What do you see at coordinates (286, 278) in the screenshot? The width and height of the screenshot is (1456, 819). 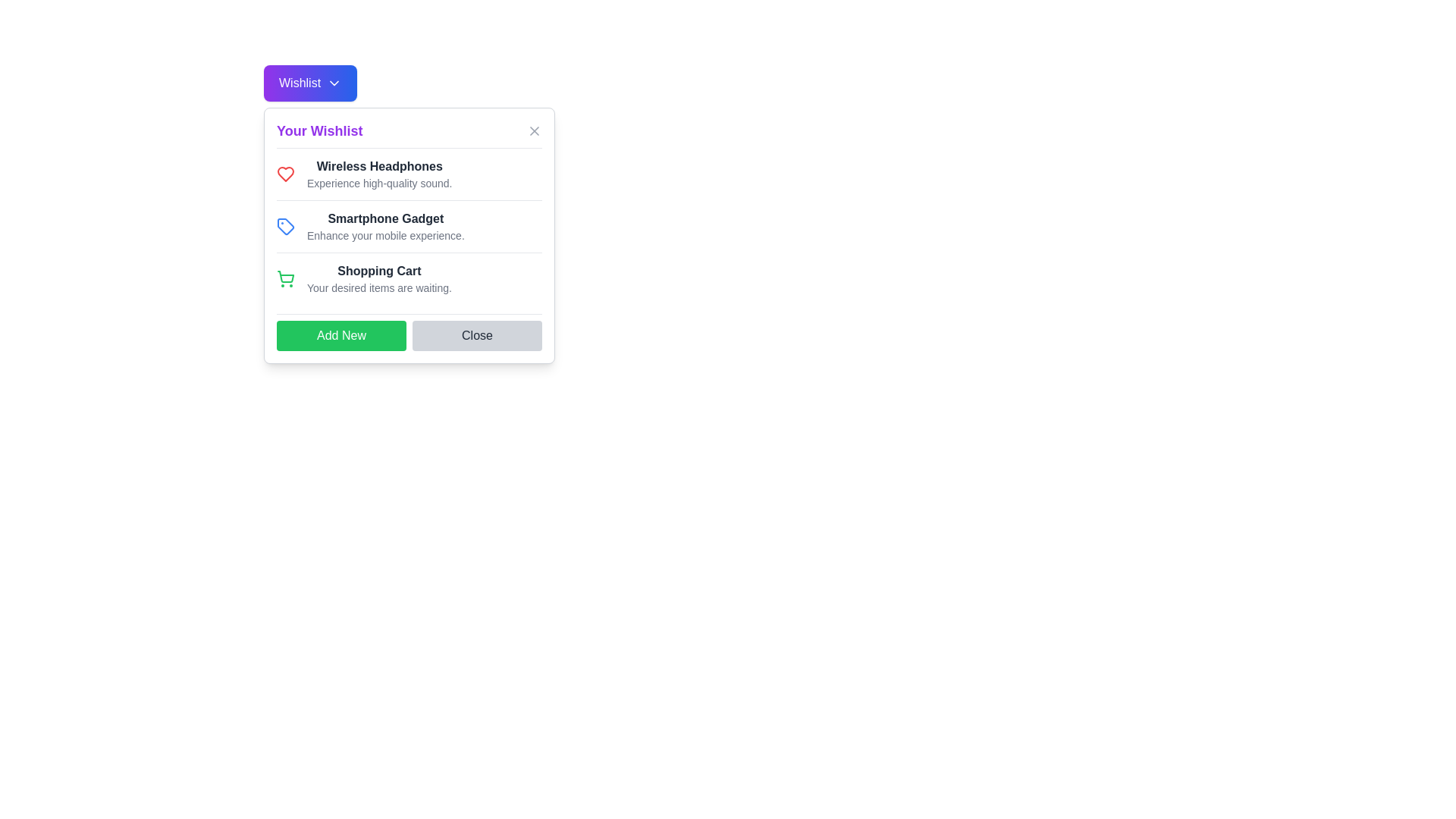 I see `the shopping cart icon with a green outline located to the left of the text 'Shopping Cart' in the 'Your Wishlist' section, which is the third icon-text pairing` at bounding box center [286, 278].